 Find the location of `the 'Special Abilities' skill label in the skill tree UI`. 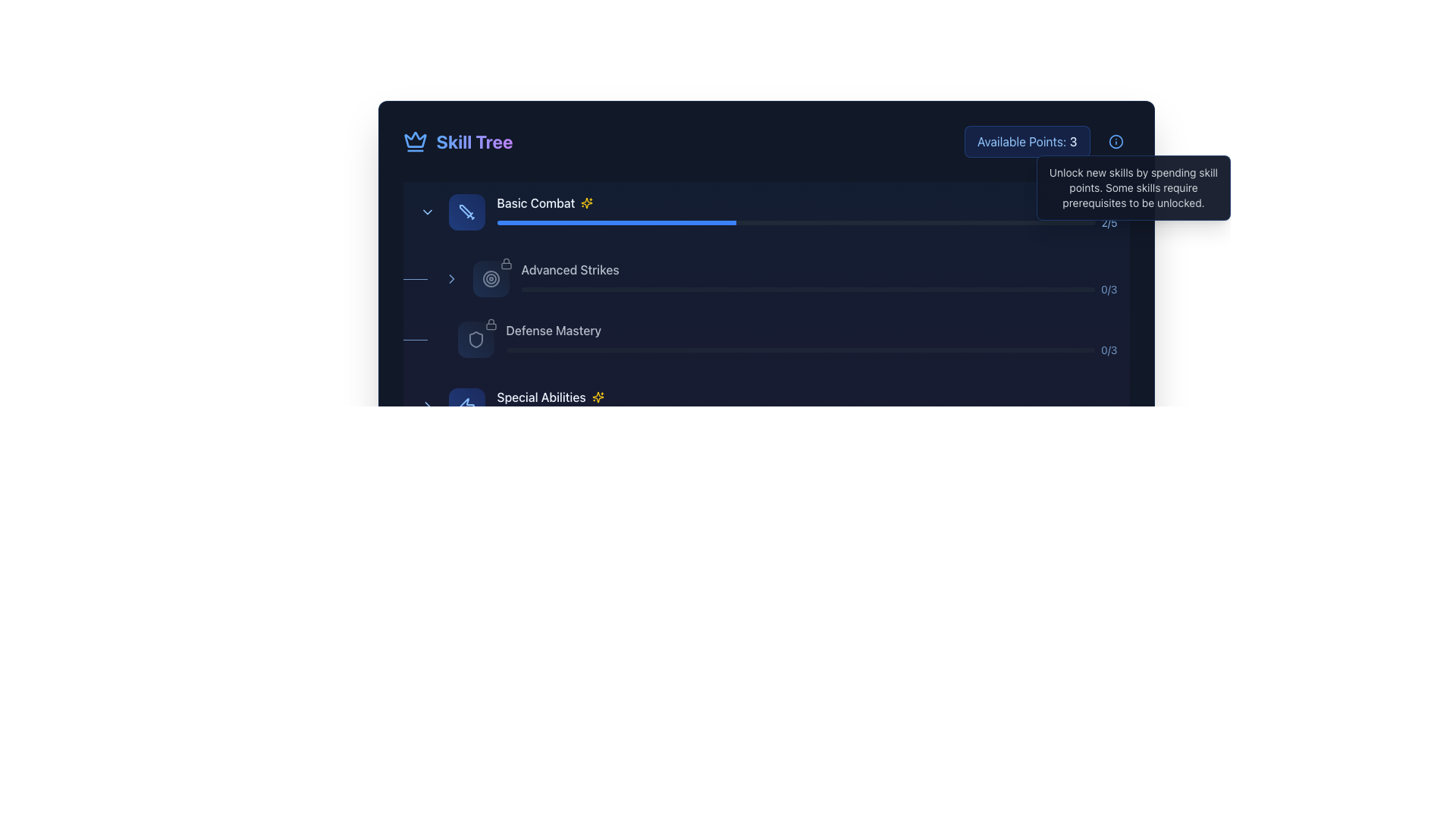

the 'Special Abilities' skill label in the skill tree UI is located at coordinates (806, 406).